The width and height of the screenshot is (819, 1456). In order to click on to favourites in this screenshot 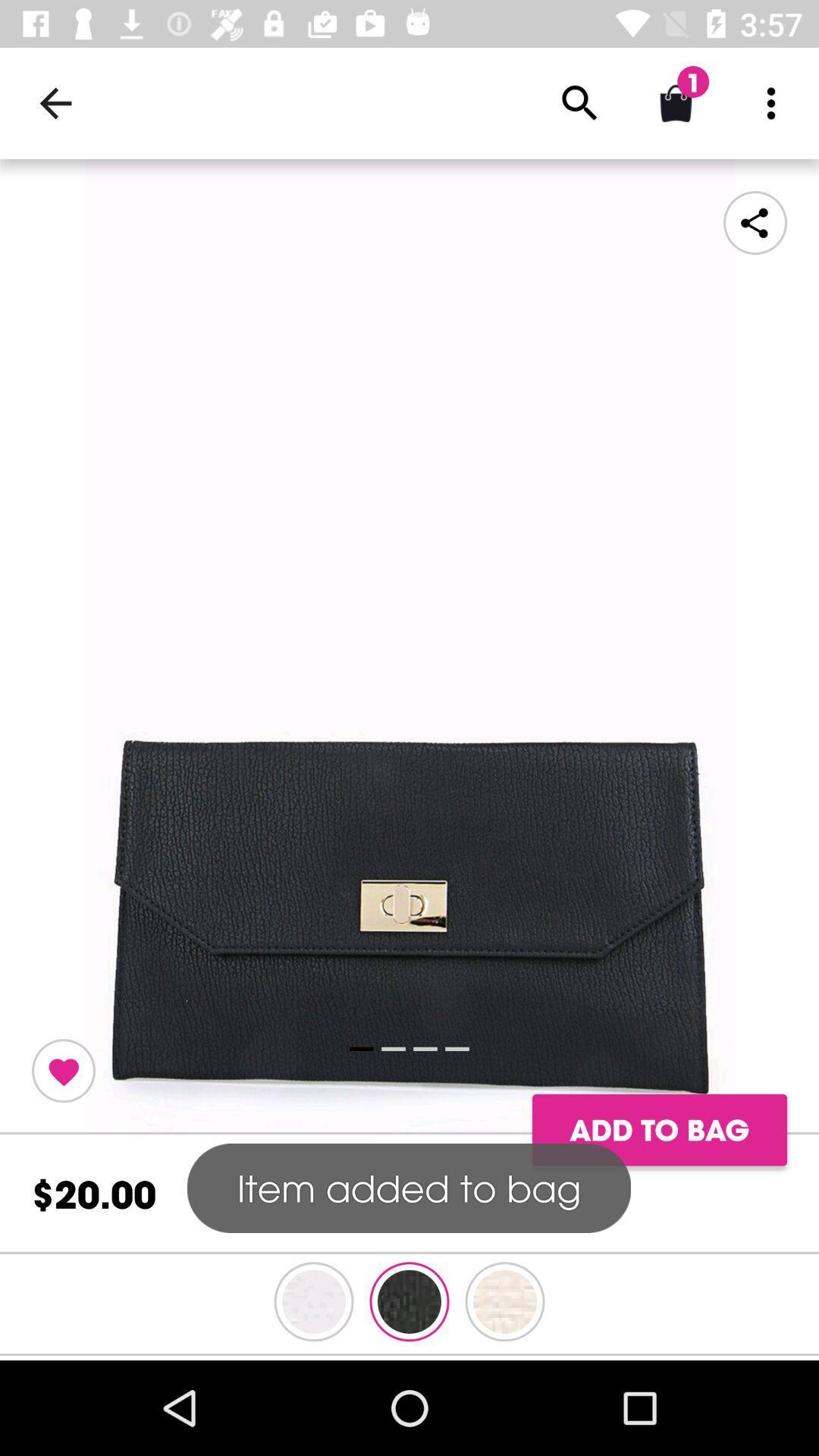, I will do `click(63, 1070)`.